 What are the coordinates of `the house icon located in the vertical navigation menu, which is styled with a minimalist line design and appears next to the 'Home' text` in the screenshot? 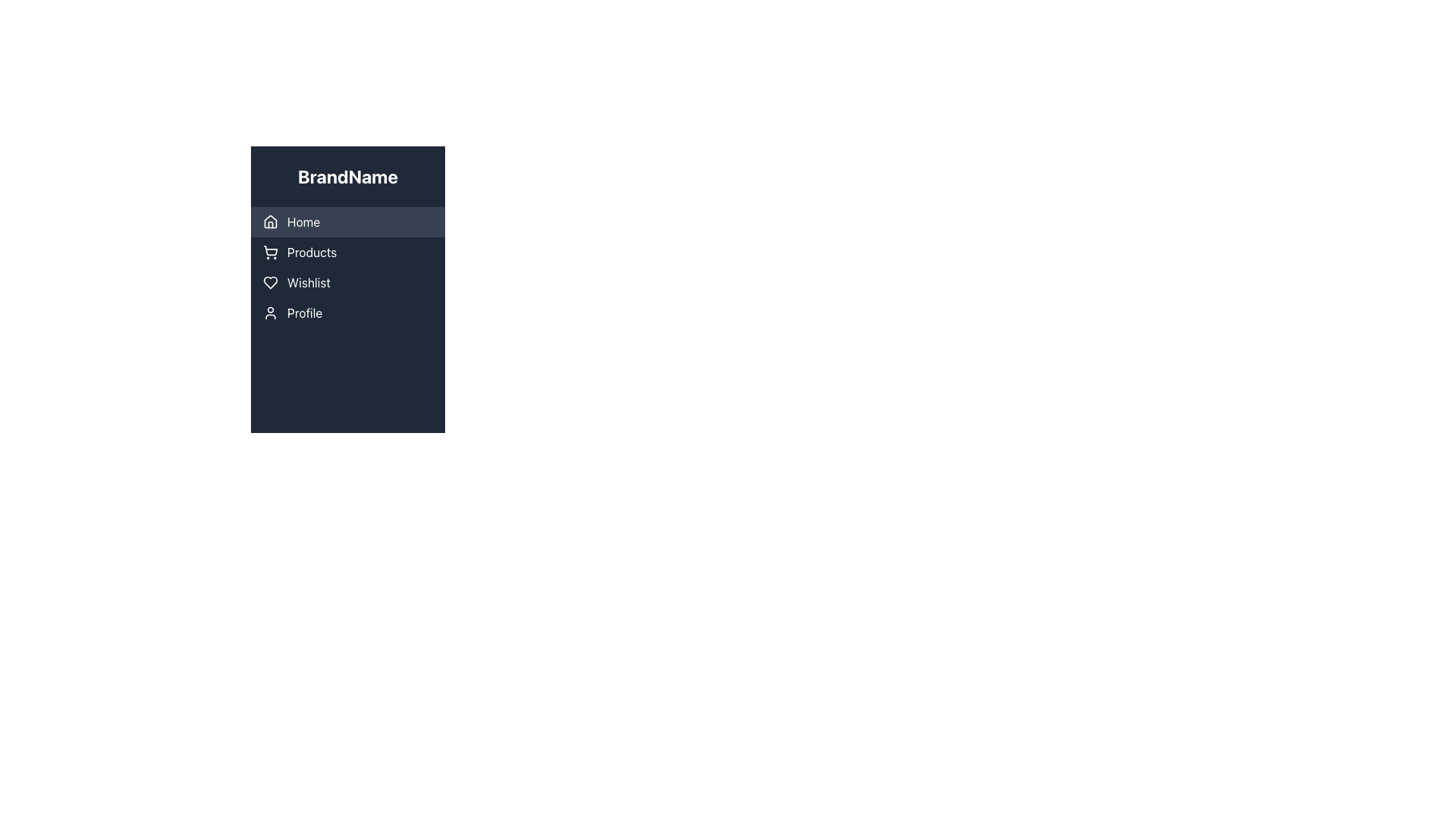 It's located at (270, 222).